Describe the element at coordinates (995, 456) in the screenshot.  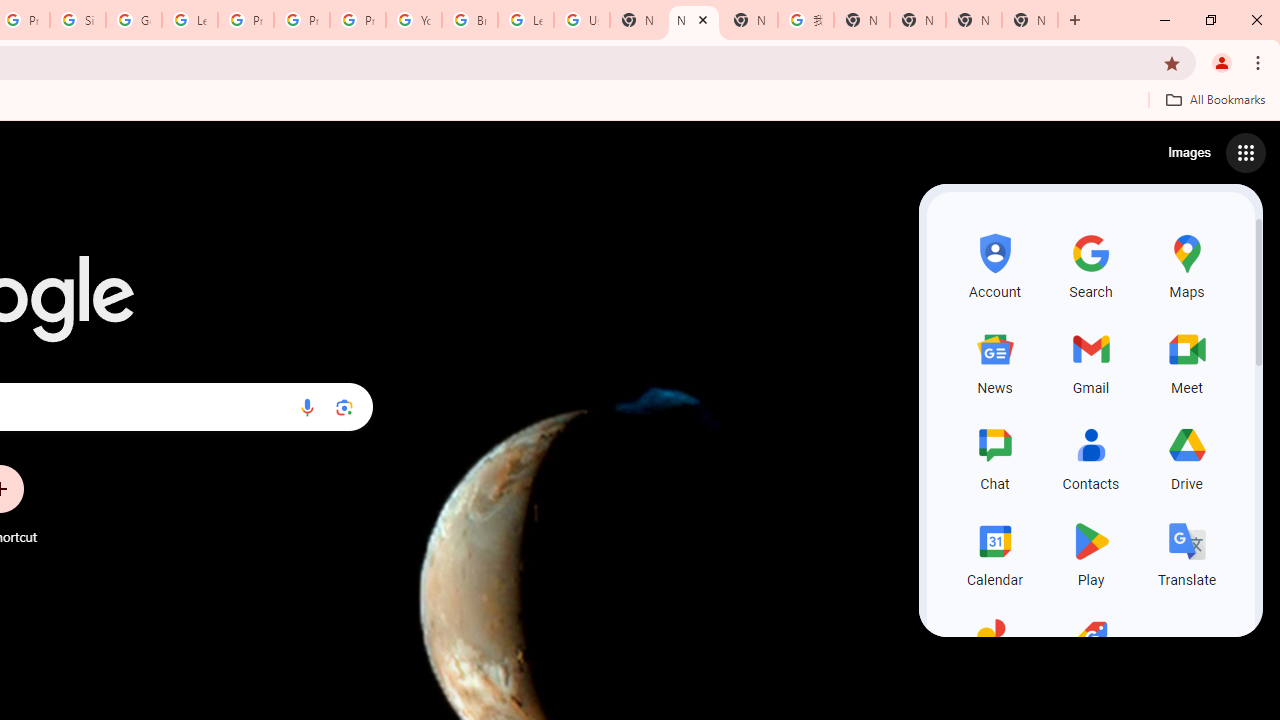
I see `'Chat, row 3 of 5 and column 1 of 3 in the first section'` at that location.